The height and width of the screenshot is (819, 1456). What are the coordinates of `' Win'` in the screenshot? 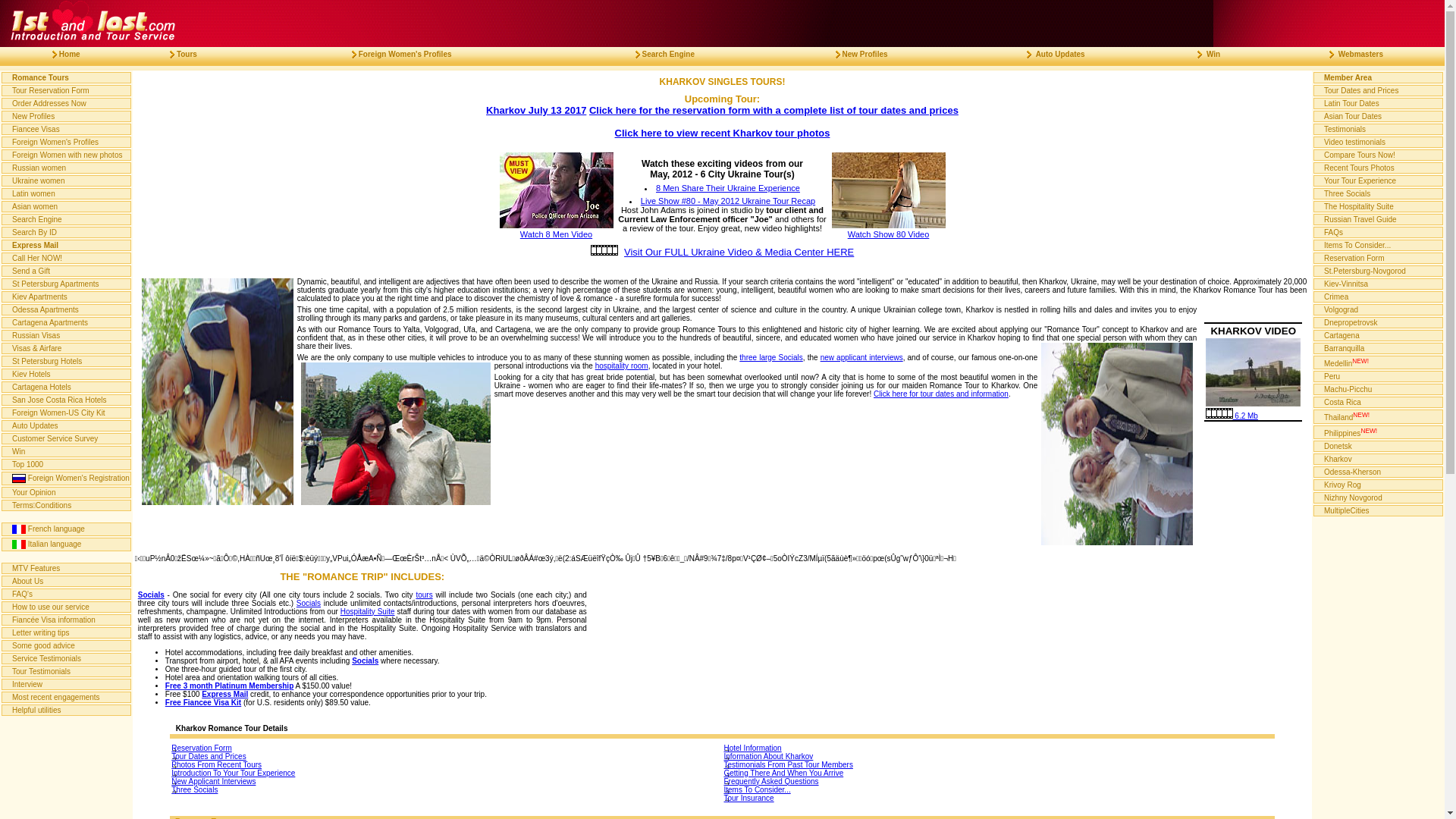 It's located at (1201, 53).